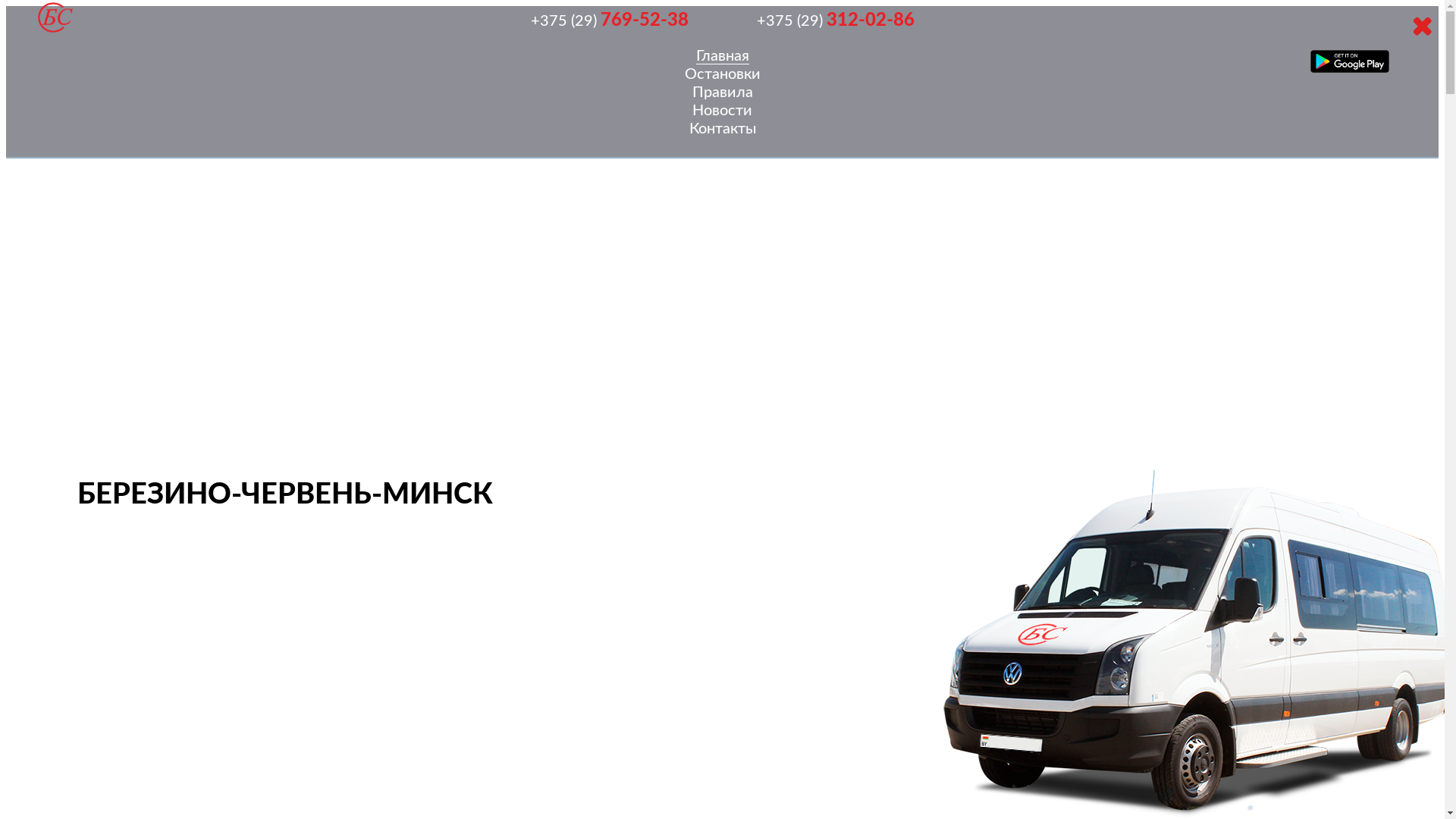  Describe the element at coordinates (608, 20) in the screenshot. I see `'+375 (29) 769-52-38'` at that location.